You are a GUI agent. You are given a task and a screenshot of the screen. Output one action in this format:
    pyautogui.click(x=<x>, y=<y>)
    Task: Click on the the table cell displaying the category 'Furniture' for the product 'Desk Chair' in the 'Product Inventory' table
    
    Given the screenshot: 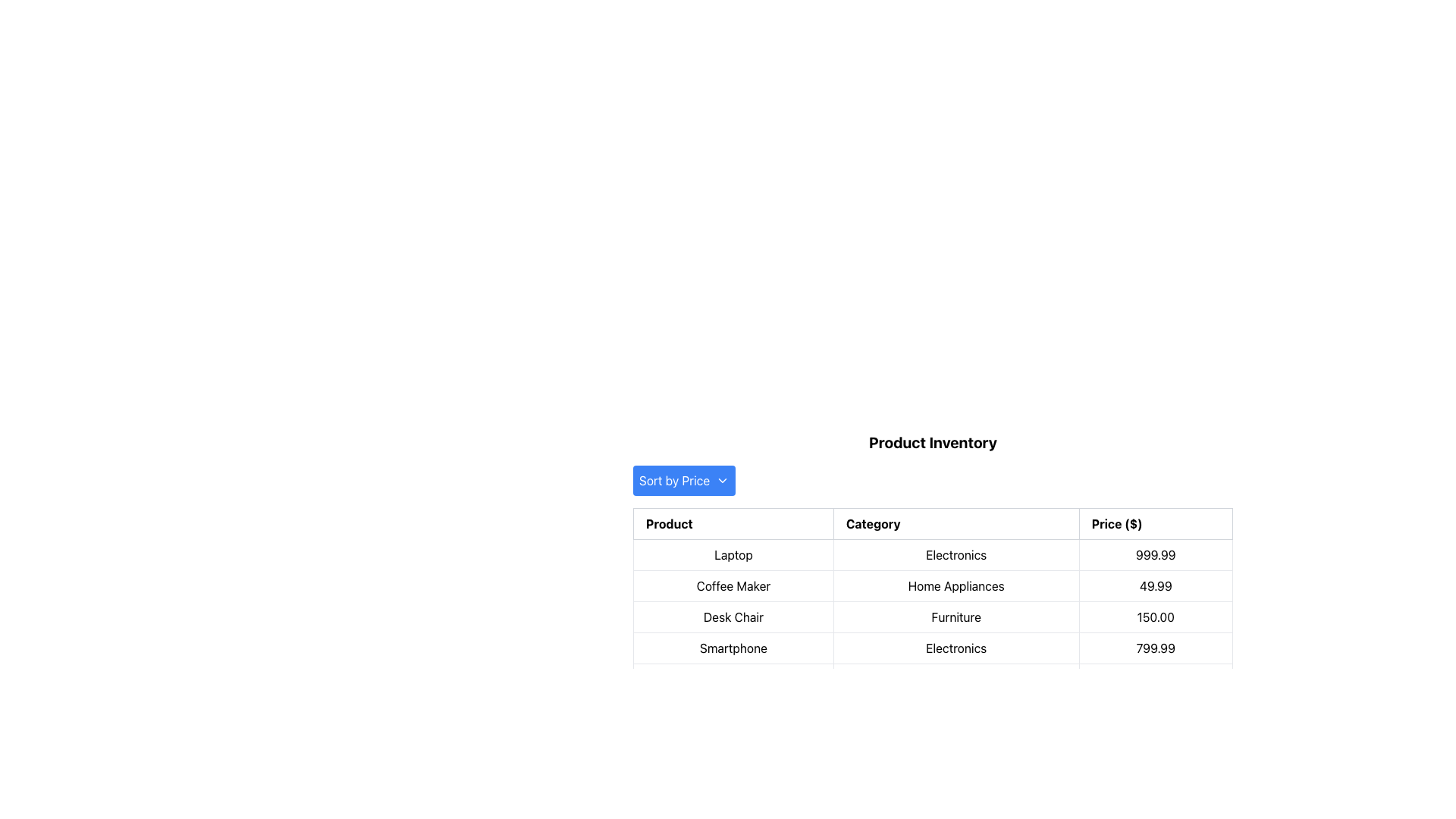 What is the action you would take?
    pyautogui.click(x=932, y=617)
    